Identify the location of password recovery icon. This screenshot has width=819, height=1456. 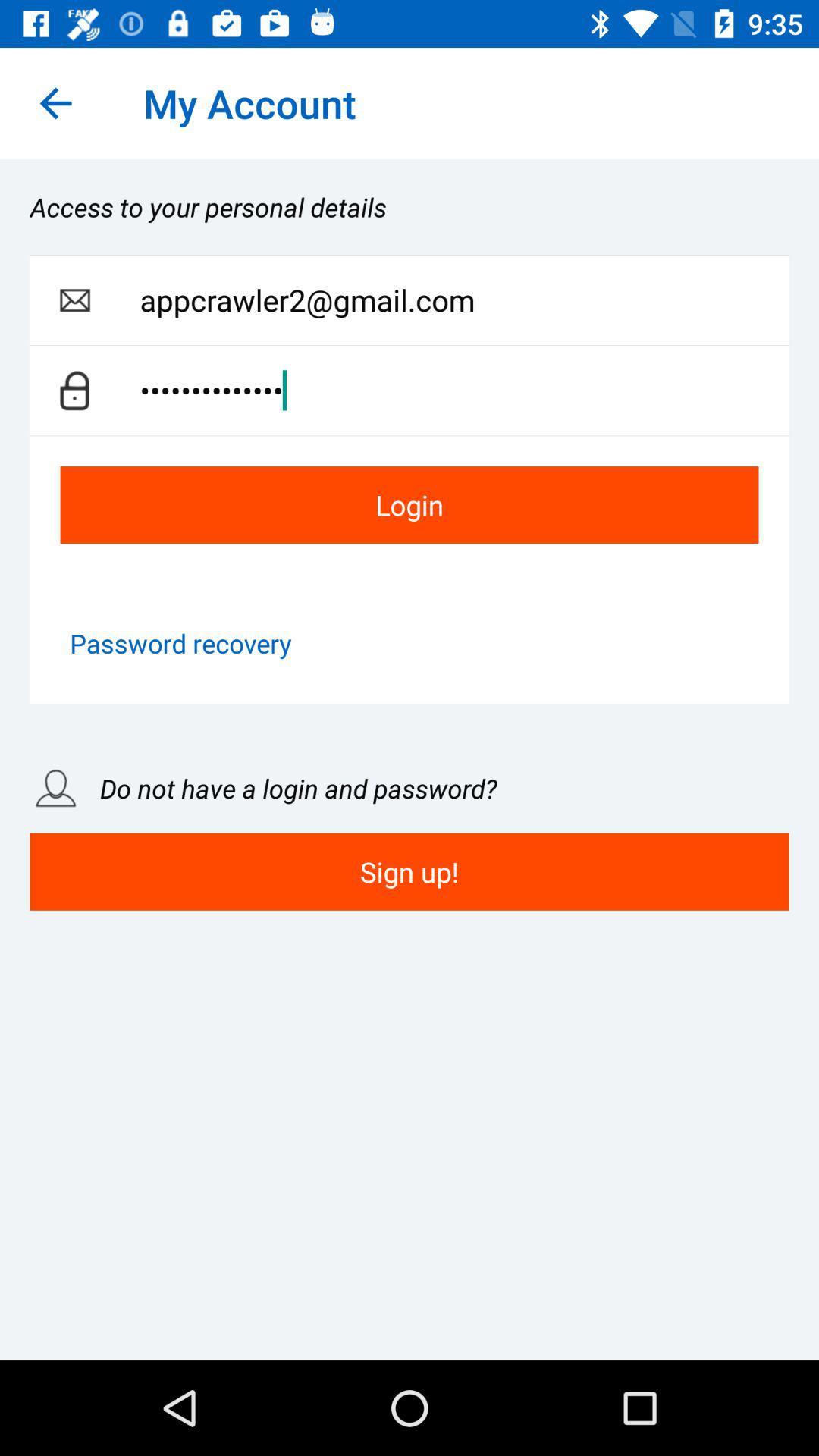
(180, 643).